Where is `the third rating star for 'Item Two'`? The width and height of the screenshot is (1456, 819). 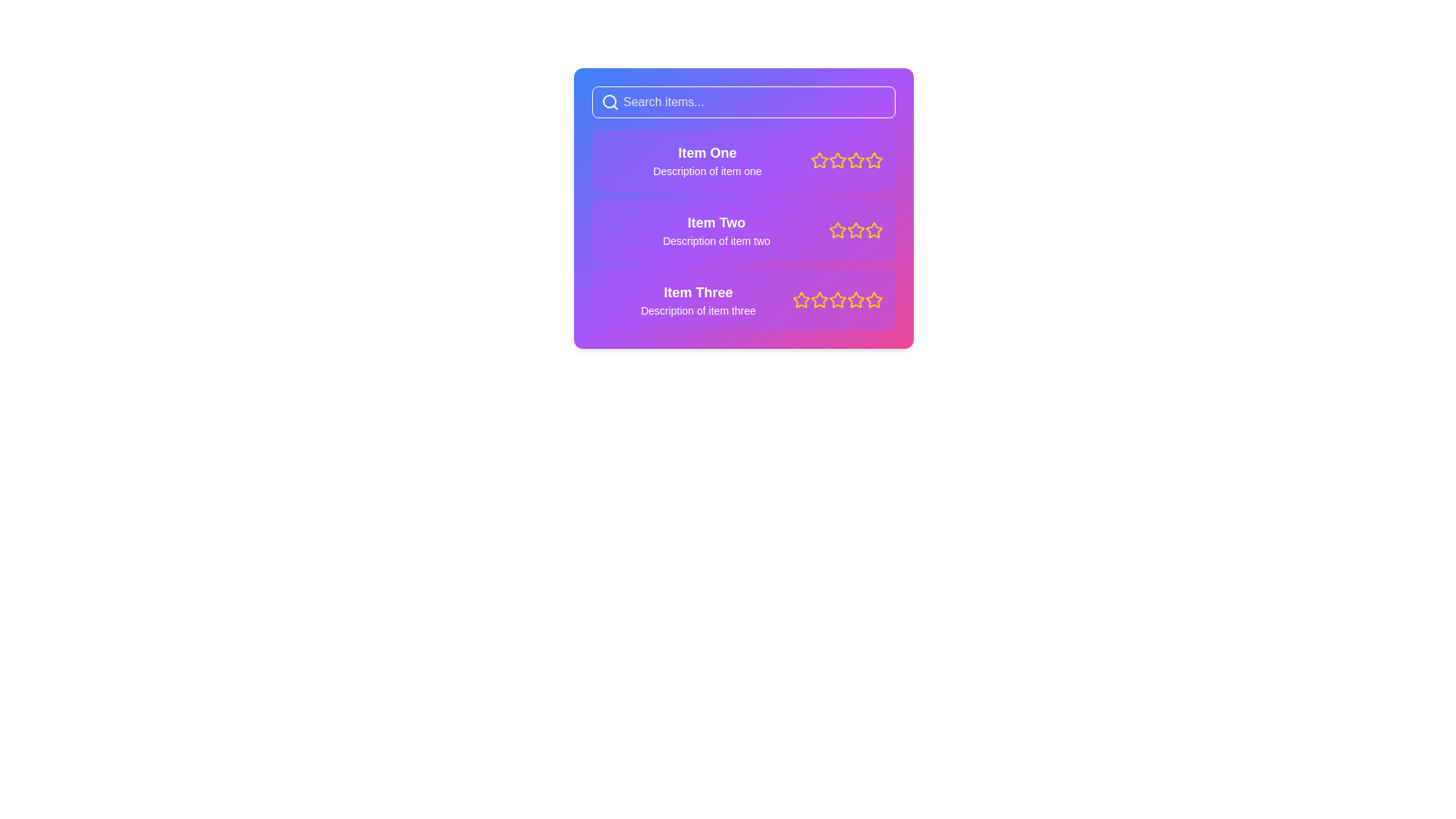
the third rating star for 'Item Two' is located at coordinates (855, 230).